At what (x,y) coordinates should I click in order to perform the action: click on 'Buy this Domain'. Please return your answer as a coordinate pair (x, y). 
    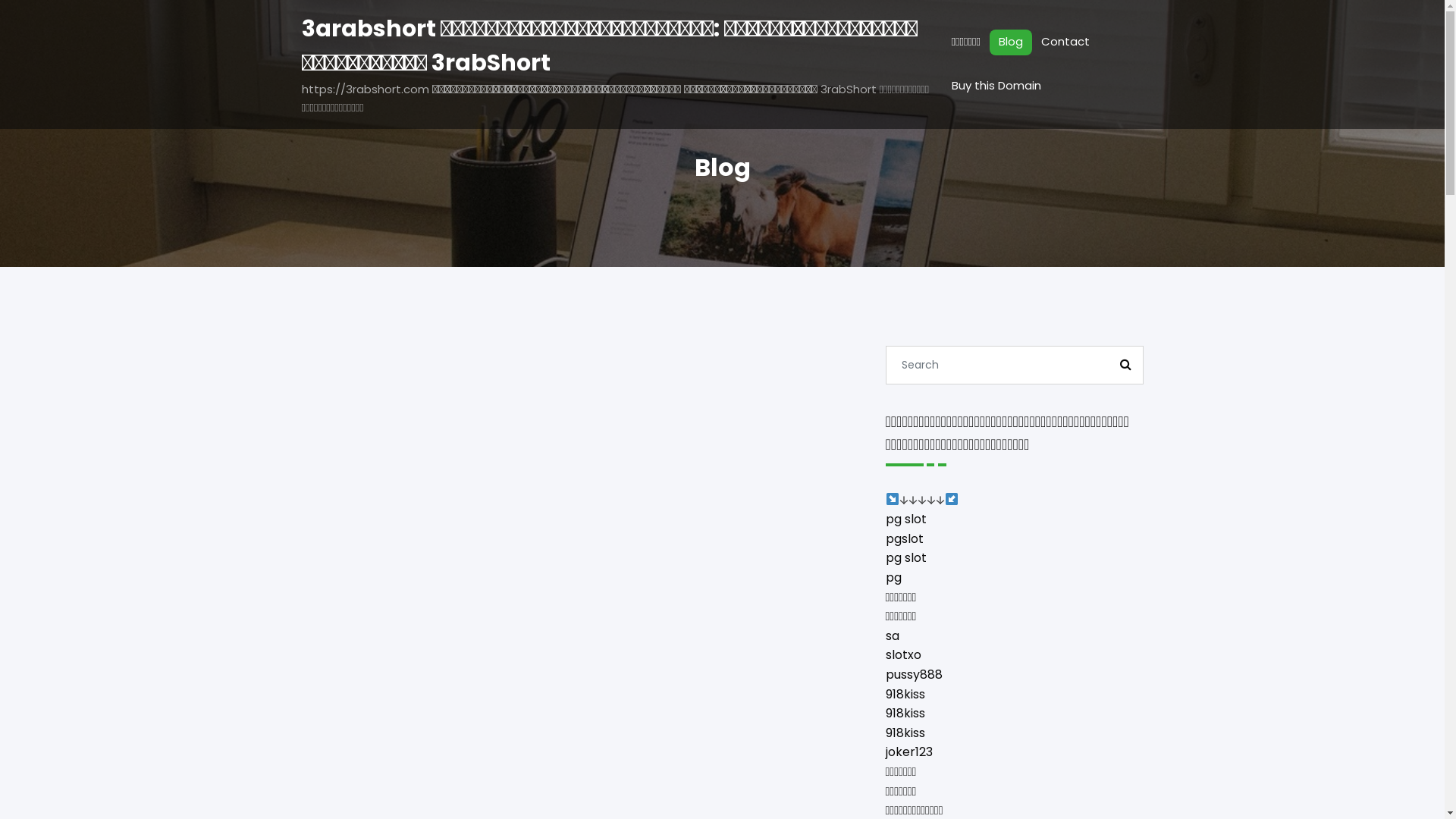
    Looking at the image, I should click on (996, 86).